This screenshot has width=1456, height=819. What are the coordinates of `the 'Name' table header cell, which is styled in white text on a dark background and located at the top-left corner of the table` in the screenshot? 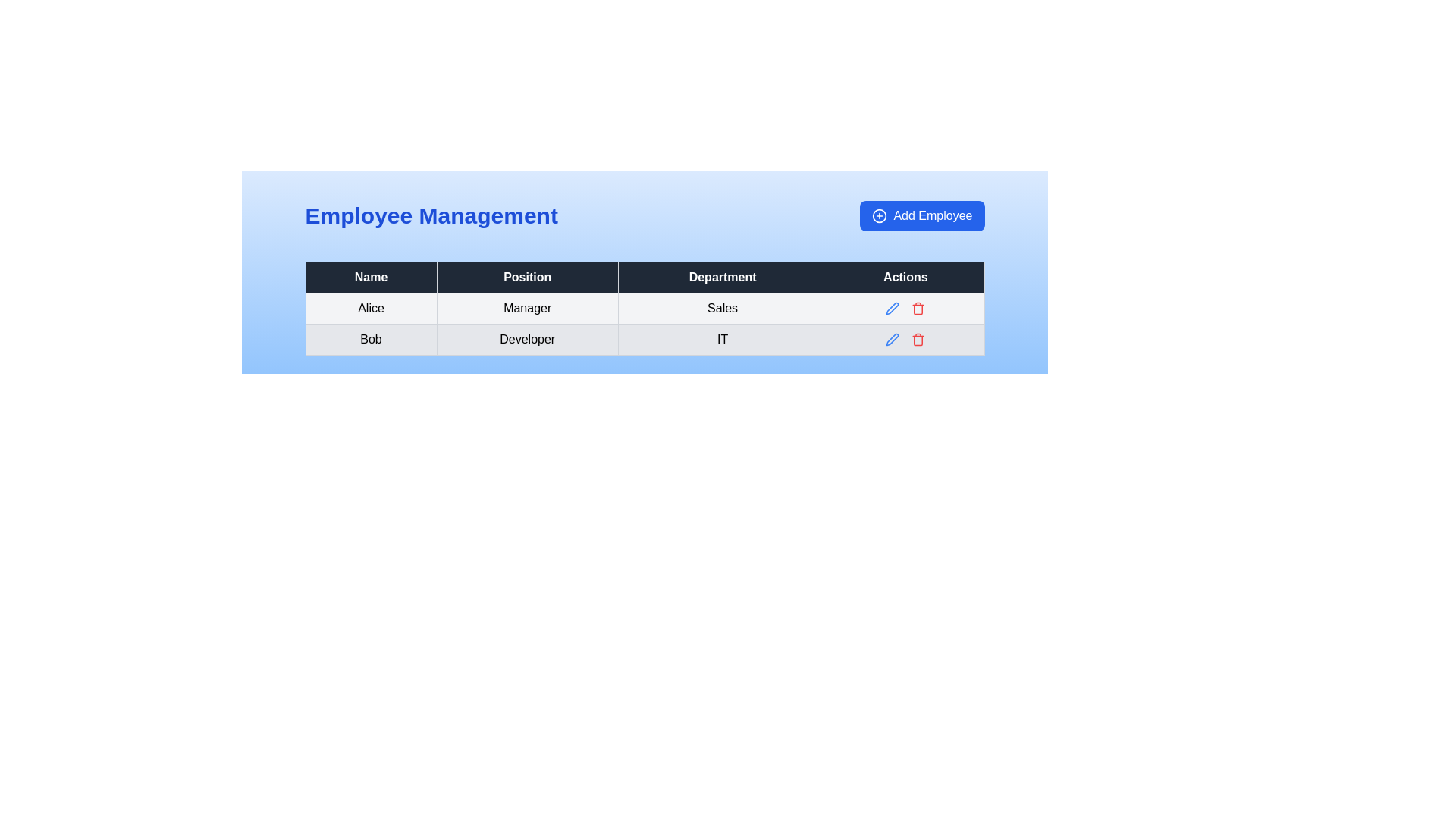 It's located at (371, 278).